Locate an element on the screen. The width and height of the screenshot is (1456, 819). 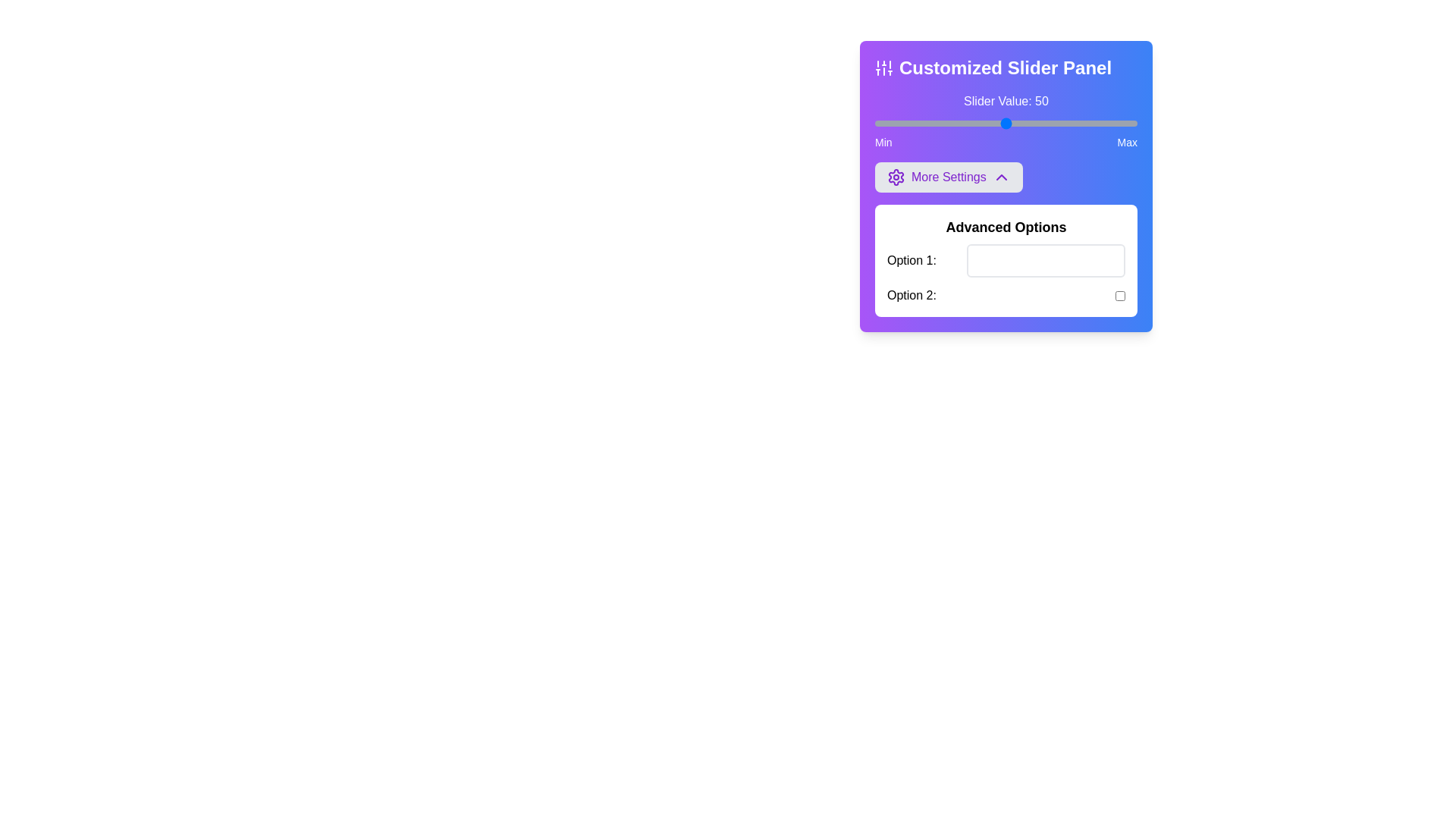
the 'More Settings' button with a light gray background, purple text, and icons on either side is located at coordinates (948, 177).